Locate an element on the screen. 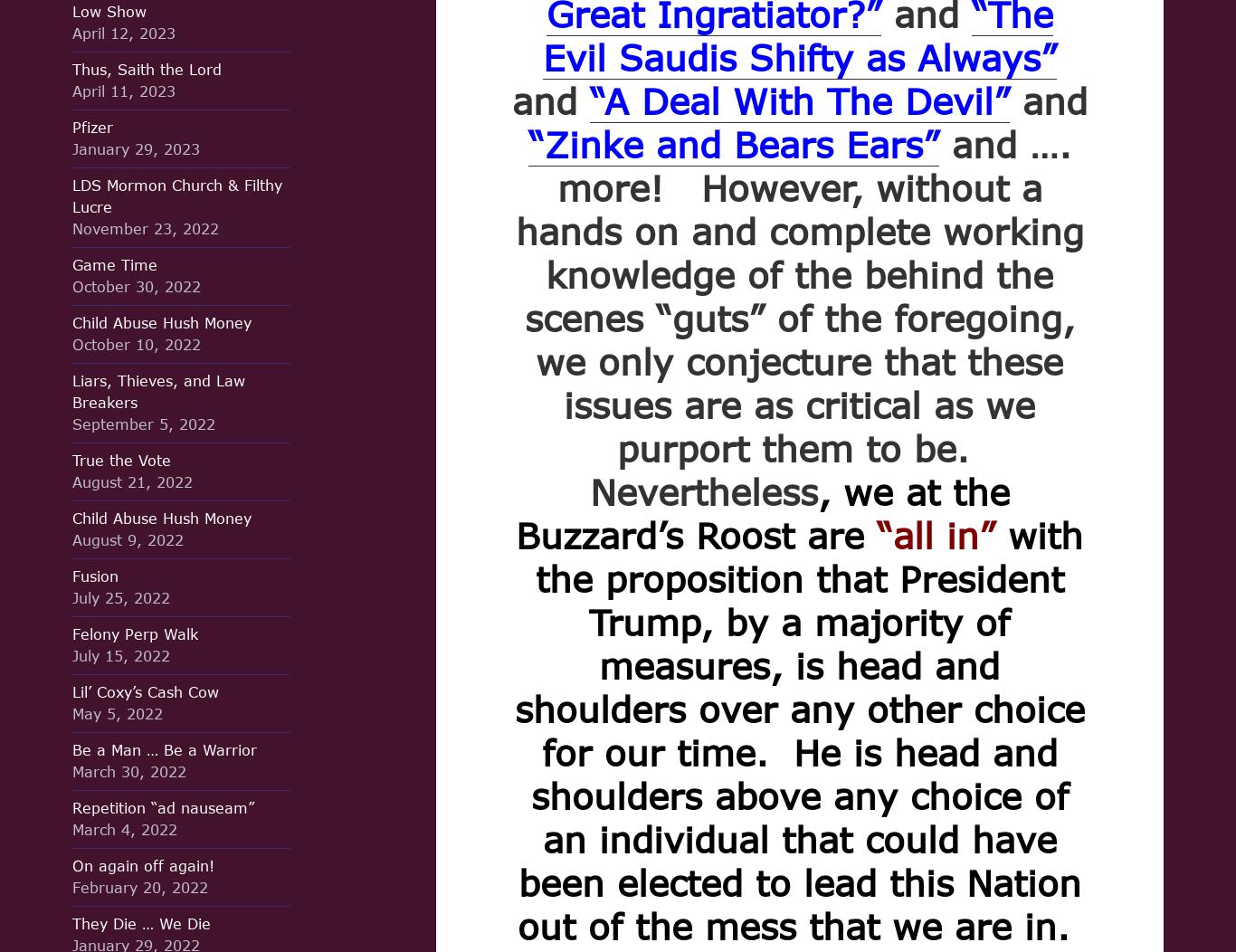 Image resolution: width=1236 pixels, height=952 pixels. 'April 11, 2023' is located at coordinates (123, 90).